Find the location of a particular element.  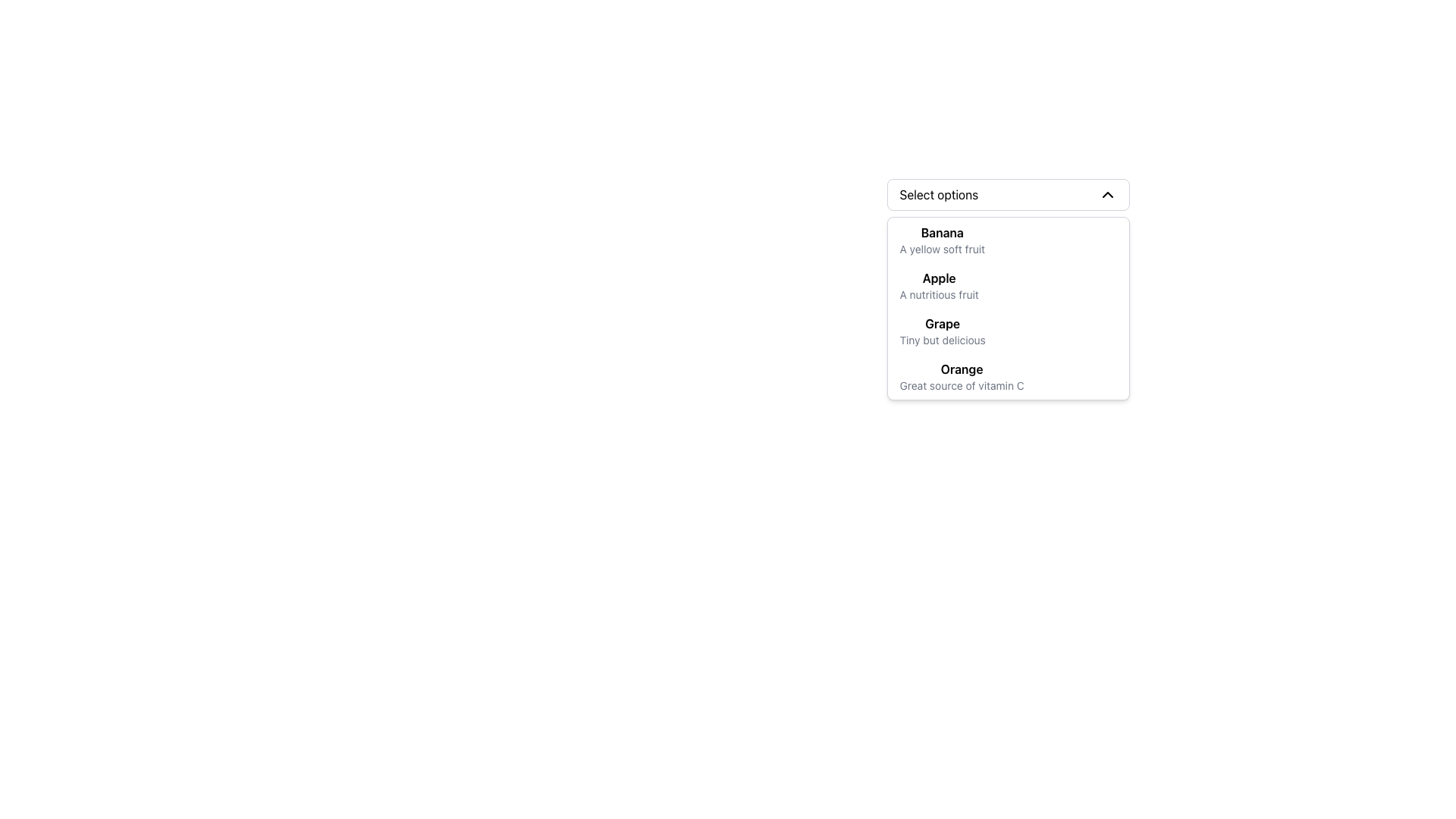

bold text label displaying 'Orange' located in the fourth item of the dropdown menu, positioned above the text 'Great source of vitamin C' is located at coordinates (961, 369).